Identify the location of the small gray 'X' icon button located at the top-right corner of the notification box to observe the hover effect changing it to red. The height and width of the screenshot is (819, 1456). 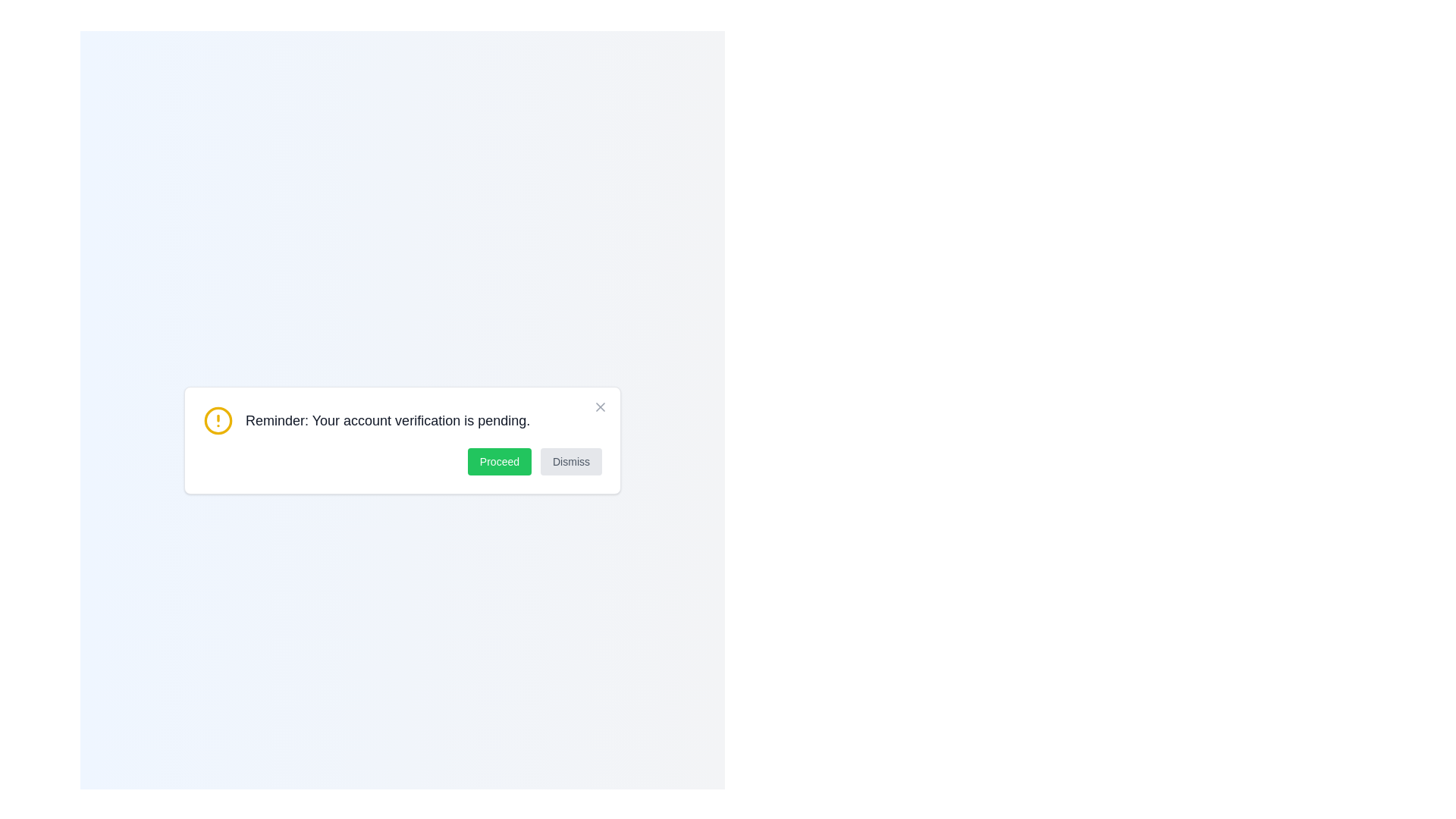
(600, 406).